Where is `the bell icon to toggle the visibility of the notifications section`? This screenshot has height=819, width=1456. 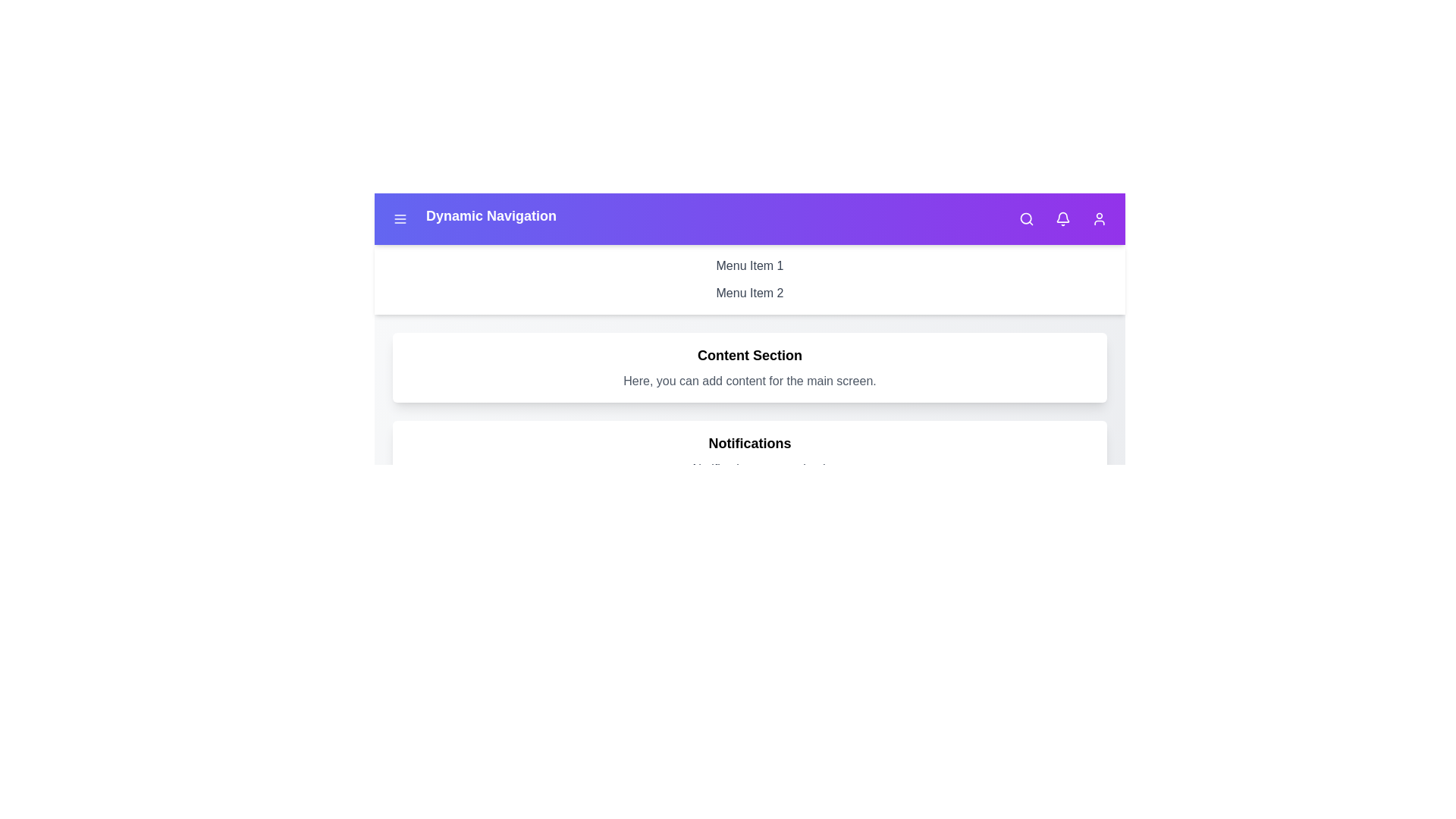
the bell icon to toggle the visibility of the notifications section is located at coordinates (1062, 219).